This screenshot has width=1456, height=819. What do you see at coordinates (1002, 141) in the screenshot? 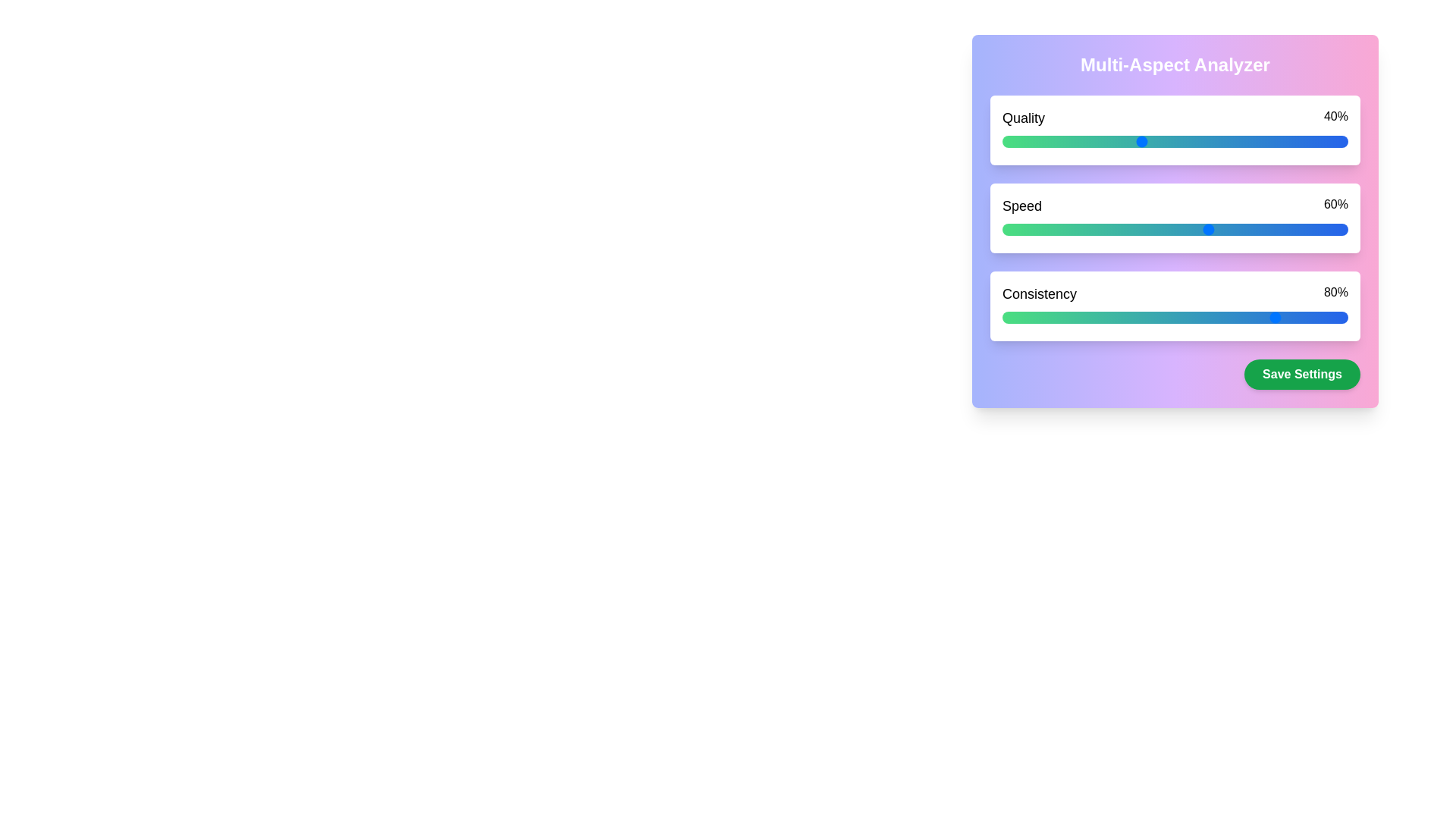
I see `quality` at bounding box center [1002, 141].